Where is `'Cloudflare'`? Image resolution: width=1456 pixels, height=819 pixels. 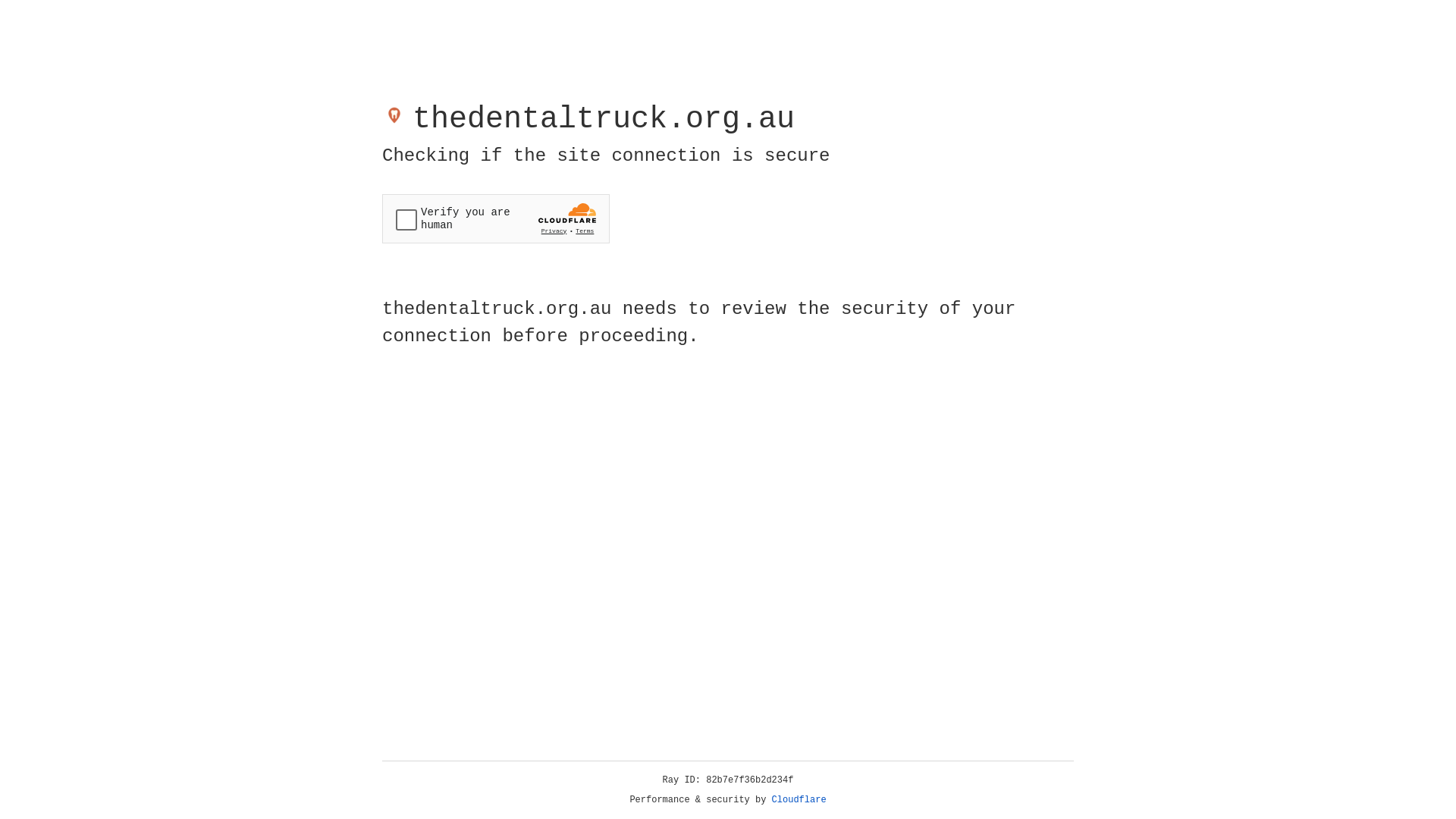
'Cloudflare' is located at coordinates (771, 799).